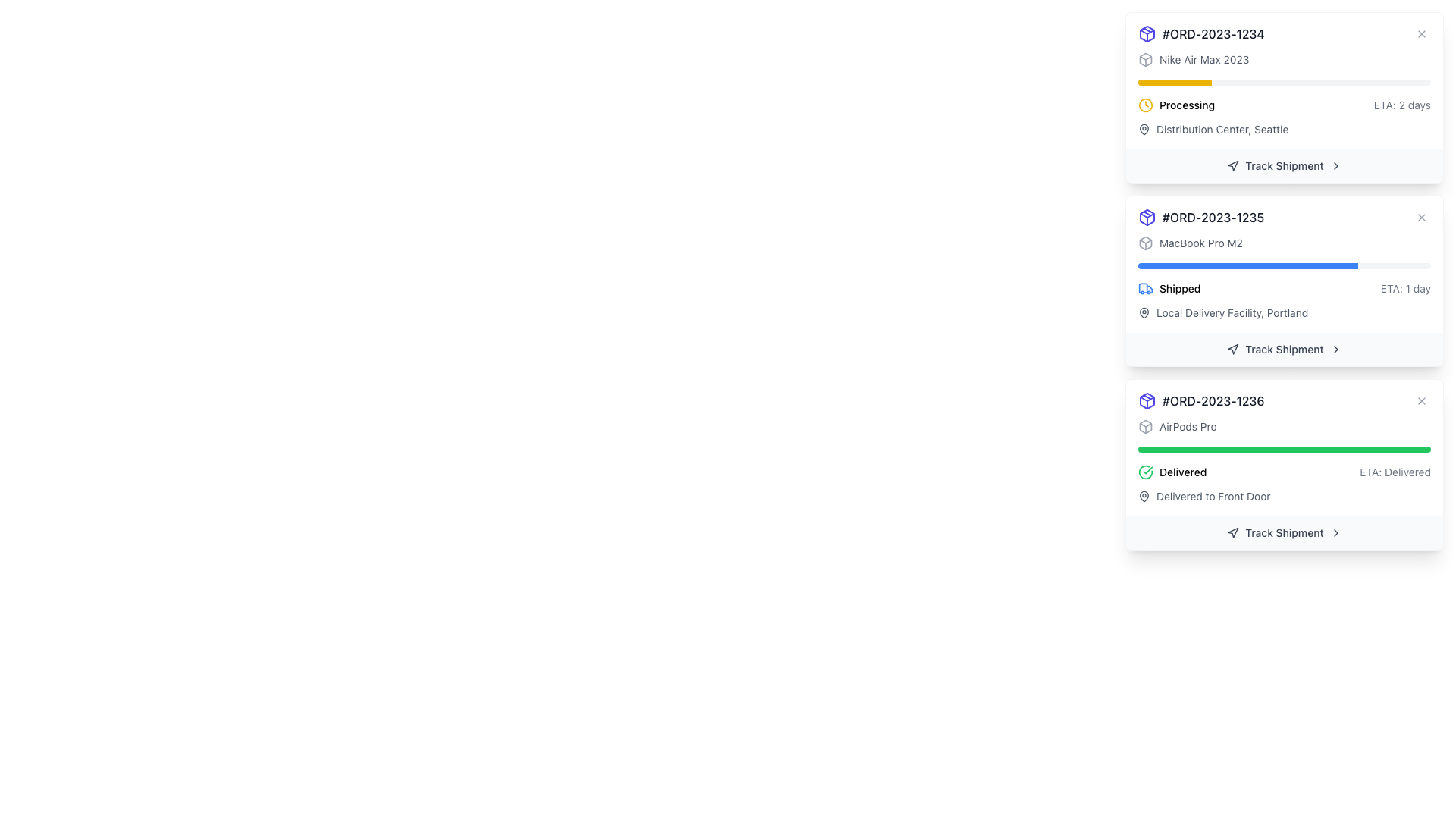 The width and height of the screenshot is (1456, 819). I want to click on the map pin icon located to the left of the text 'Local Delivery Facility, Portland' in the second card under the 'Shipped' status heading, so click(1144, 312).